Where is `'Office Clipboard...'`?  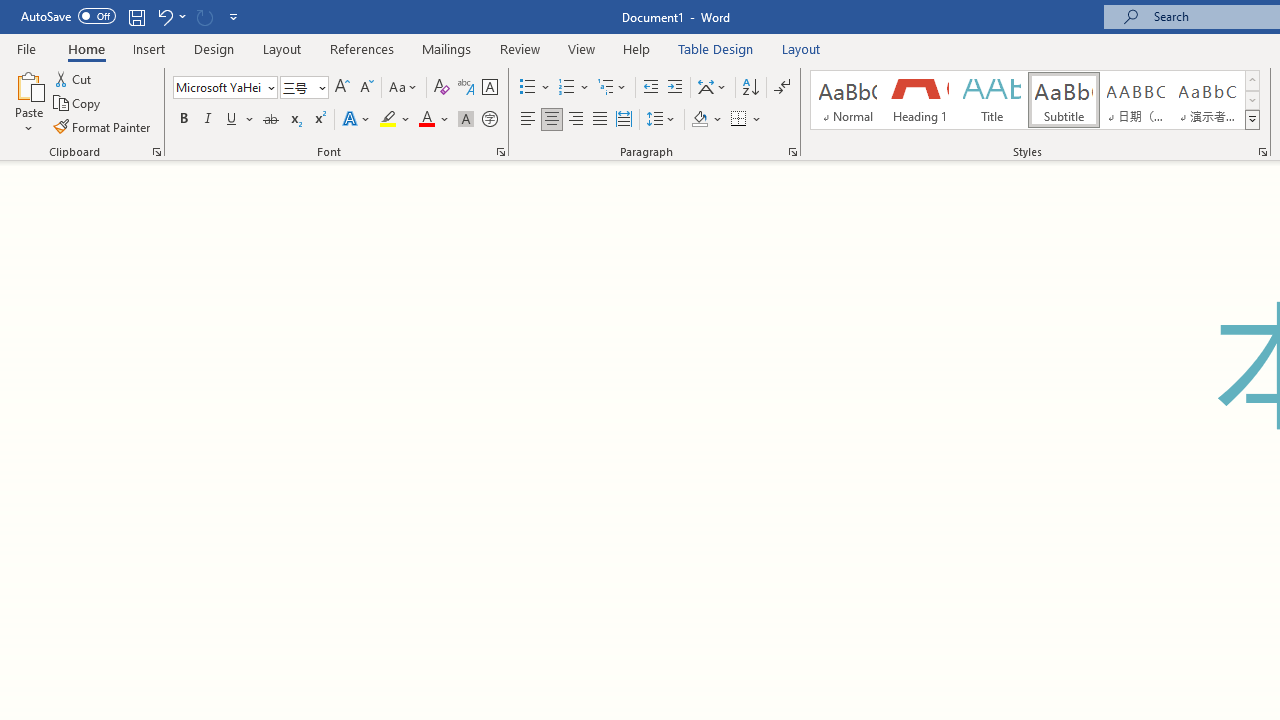 'Office Clipboard...' is located at coordinates (155, 150).